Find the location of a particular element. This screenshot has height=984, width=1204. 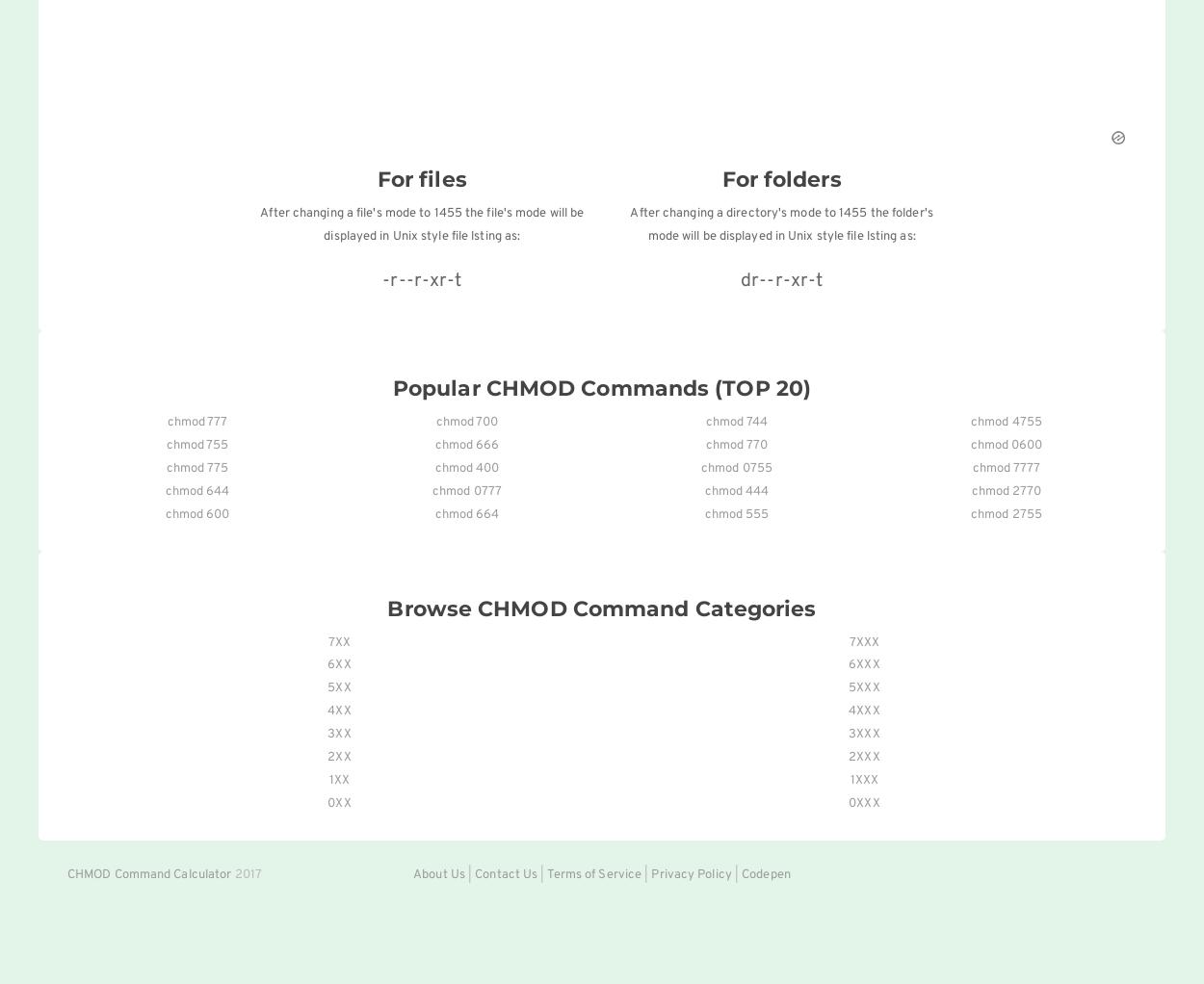

'2017' is located at coordinates (230, 873).